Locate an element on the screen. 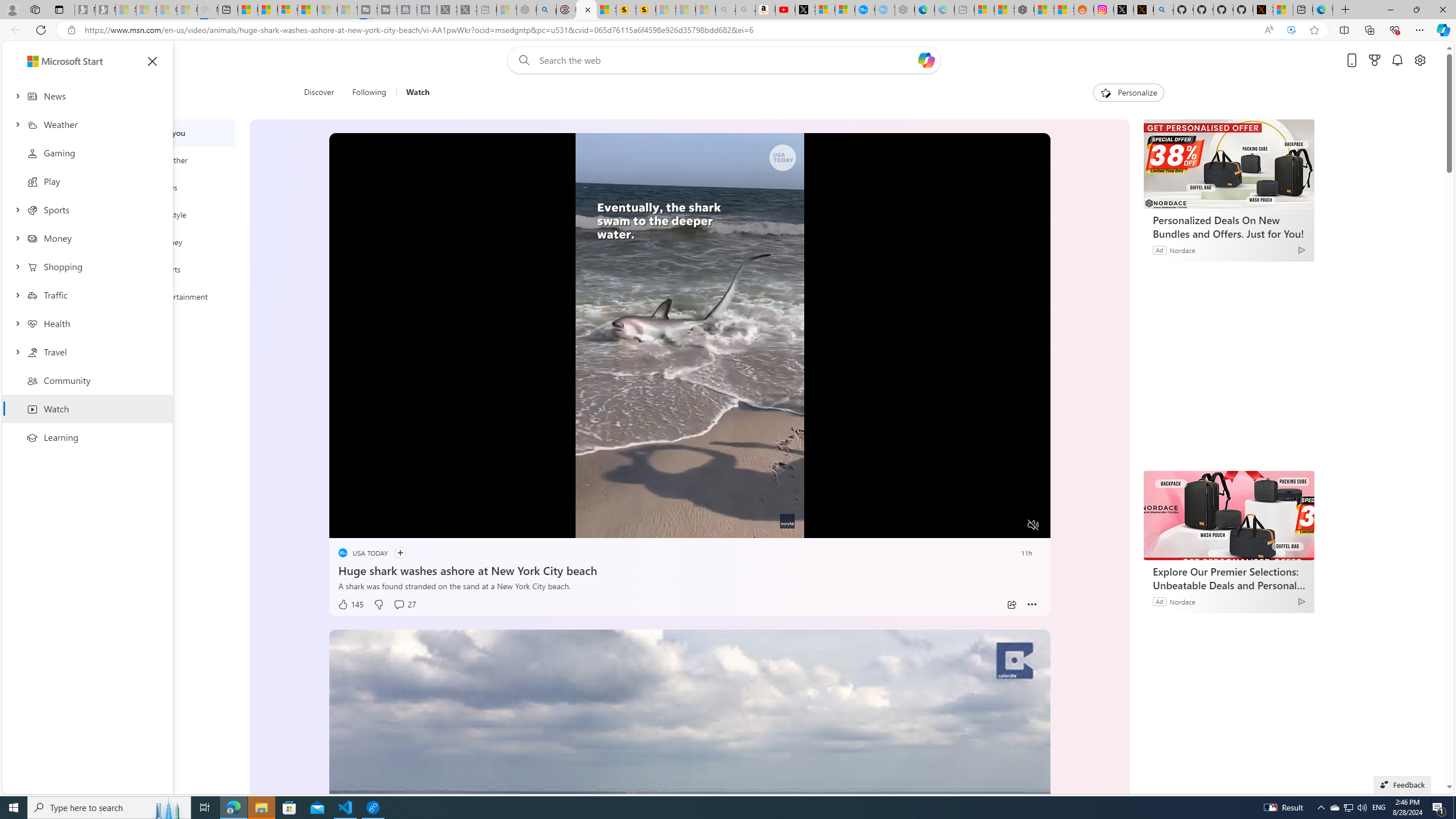 The image size is (1456, 819). 'More' is located at coordinates (1031, 604).